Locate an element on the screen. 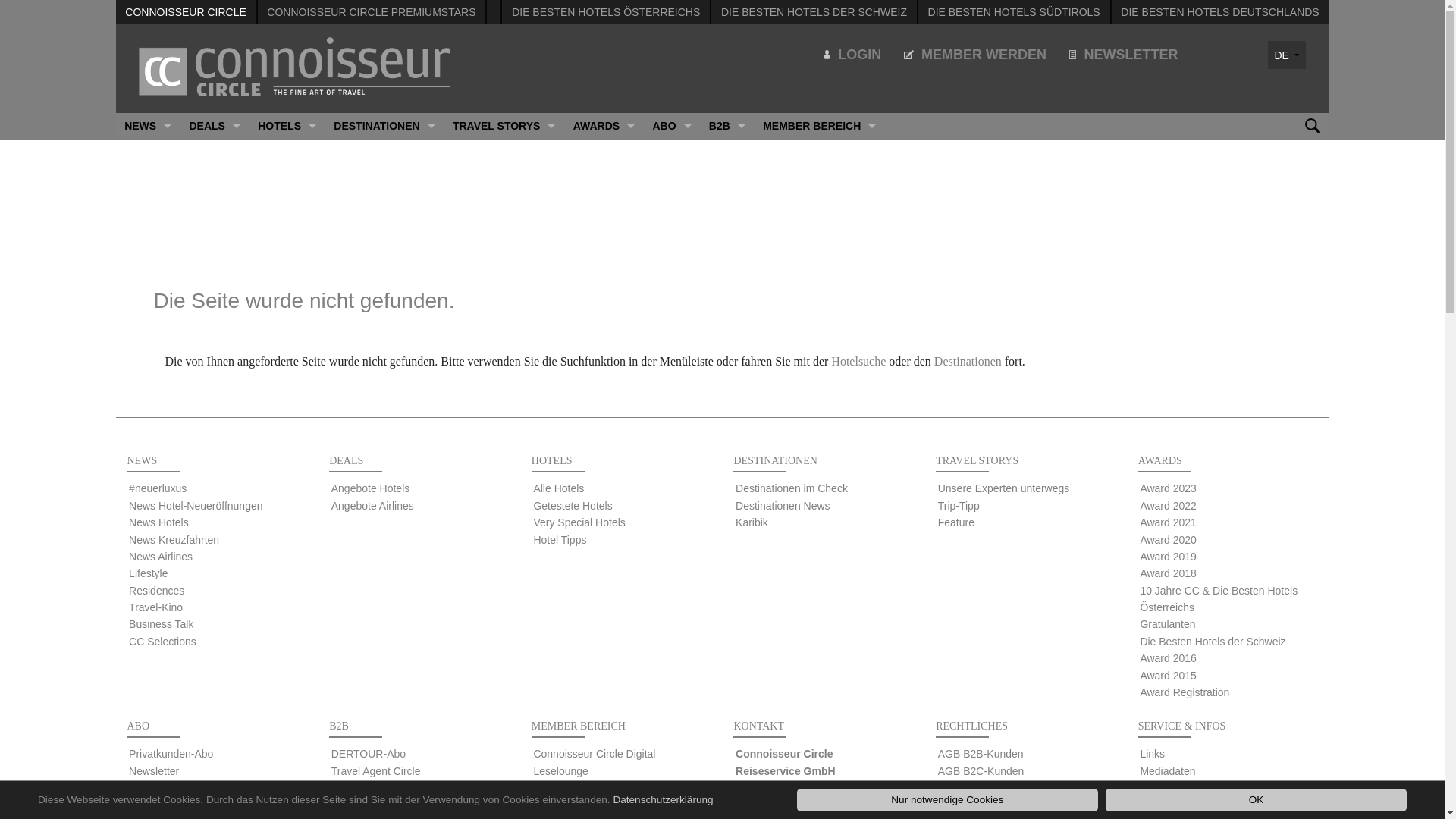  'News Hotels' is located at coordinates (158, 522).